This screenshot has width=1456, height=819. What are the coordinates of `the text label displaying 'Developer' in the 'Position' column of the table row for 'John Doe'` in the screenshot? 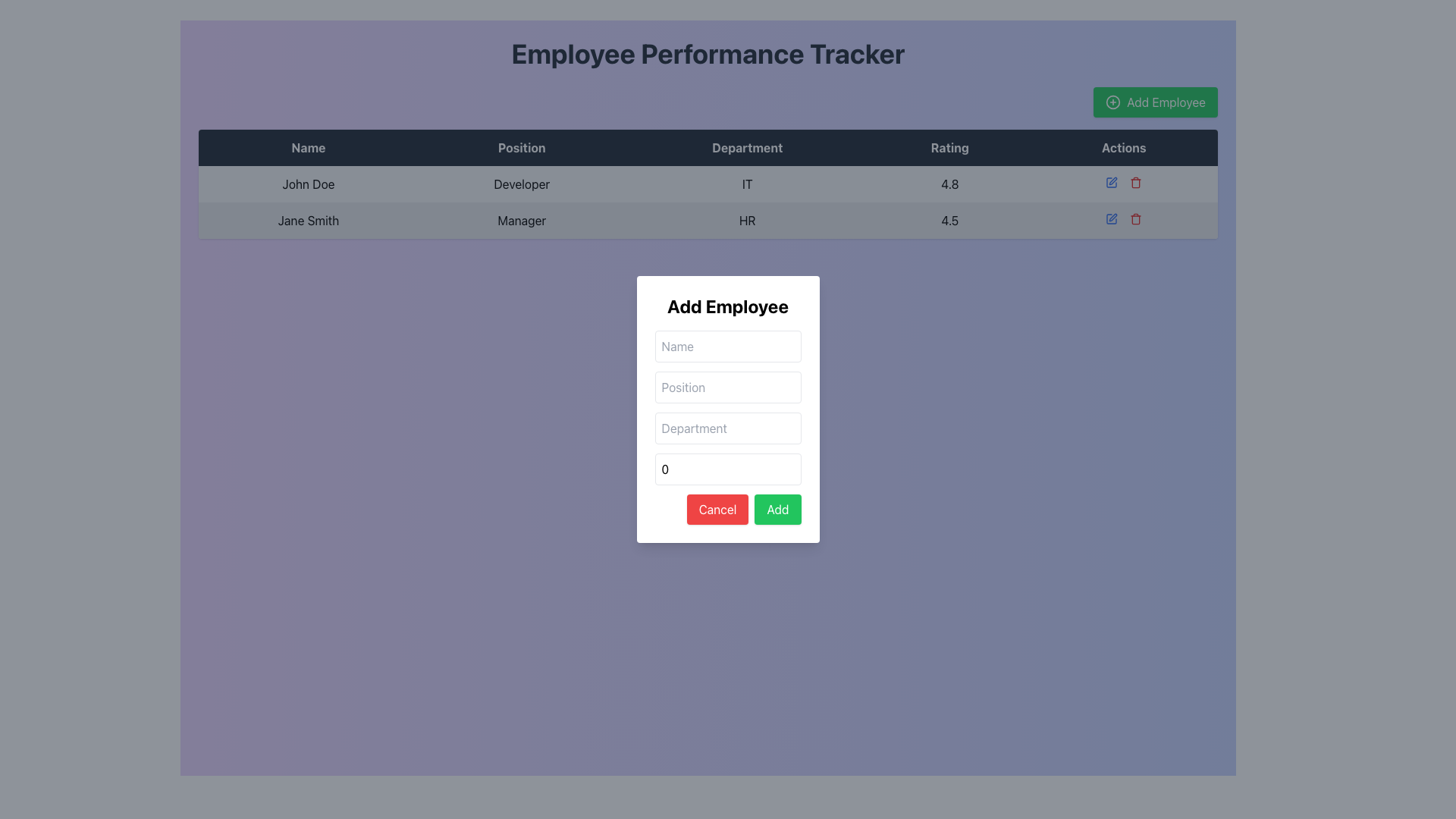 It's located at (522, 184).